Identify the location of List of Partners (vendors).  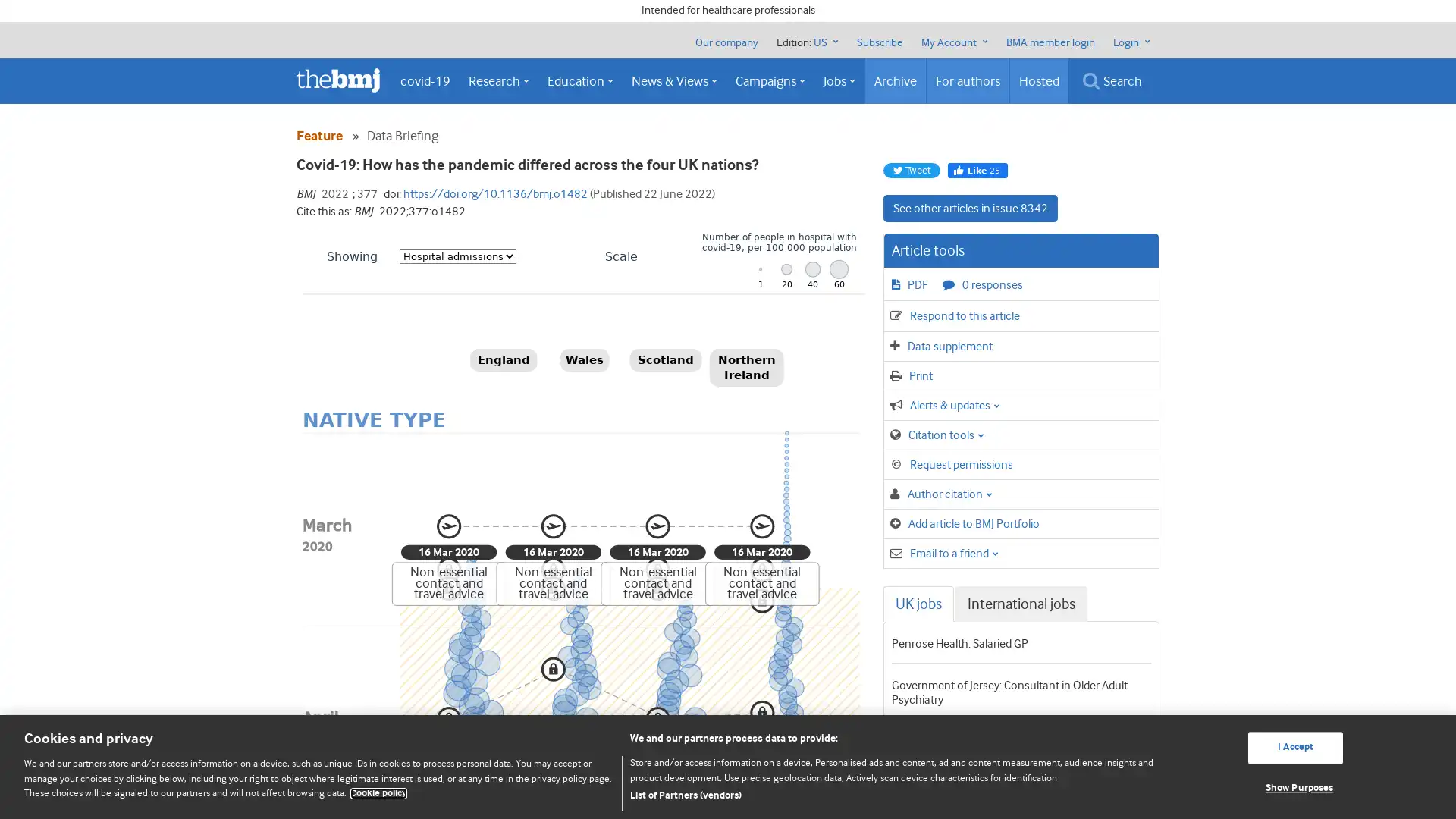
(895, 795).